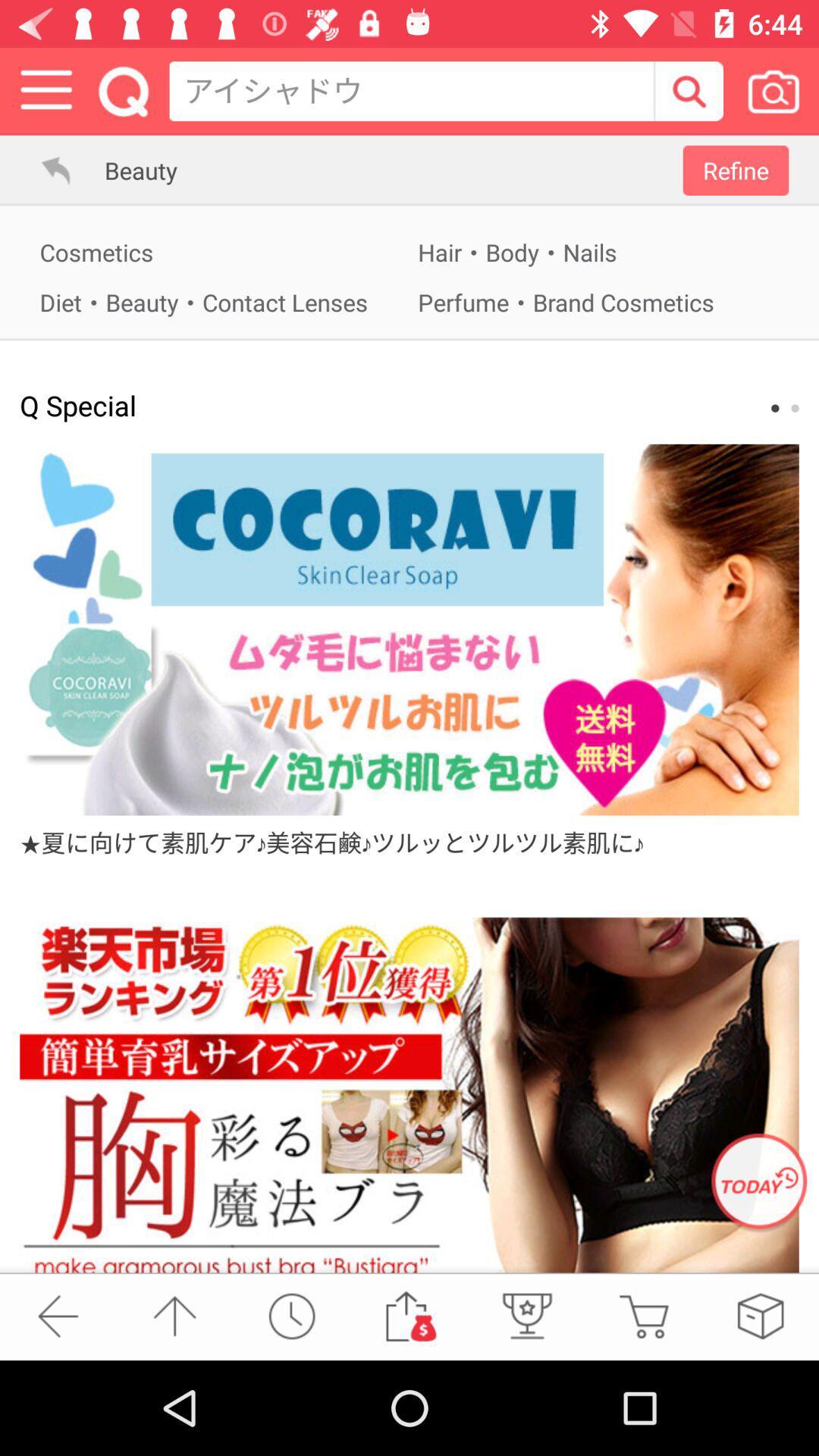 The image size is (819, 1456). Describe the element at coordinates (57, 1315) in the screenshot. I see `the arrow_backward icon` at that location.